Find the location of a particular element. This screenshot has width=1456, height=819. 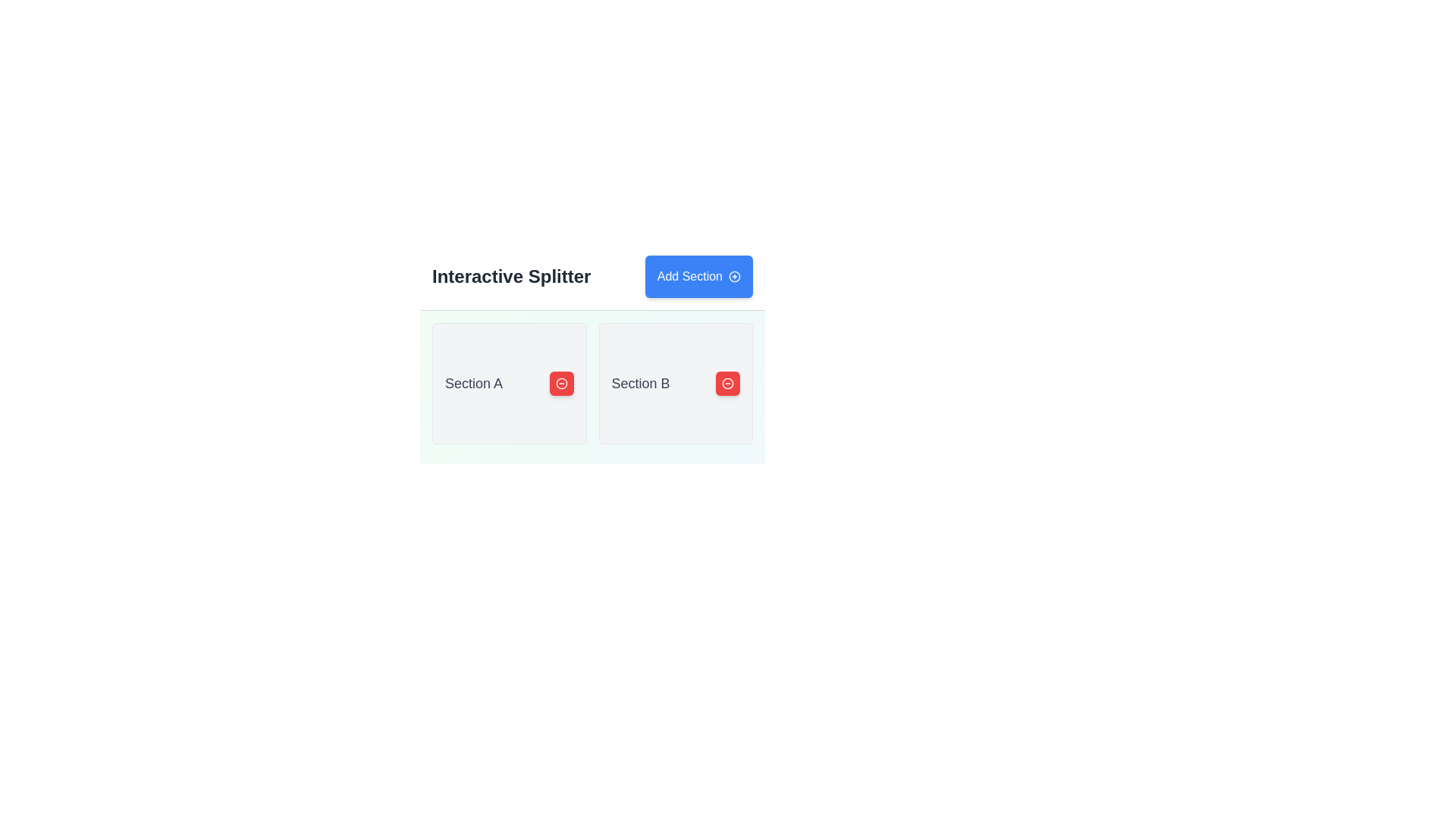

the button used to add a new section, located to the right of the text 'Interactive Splitter' in the top header region is located at coordinates (698, 277).